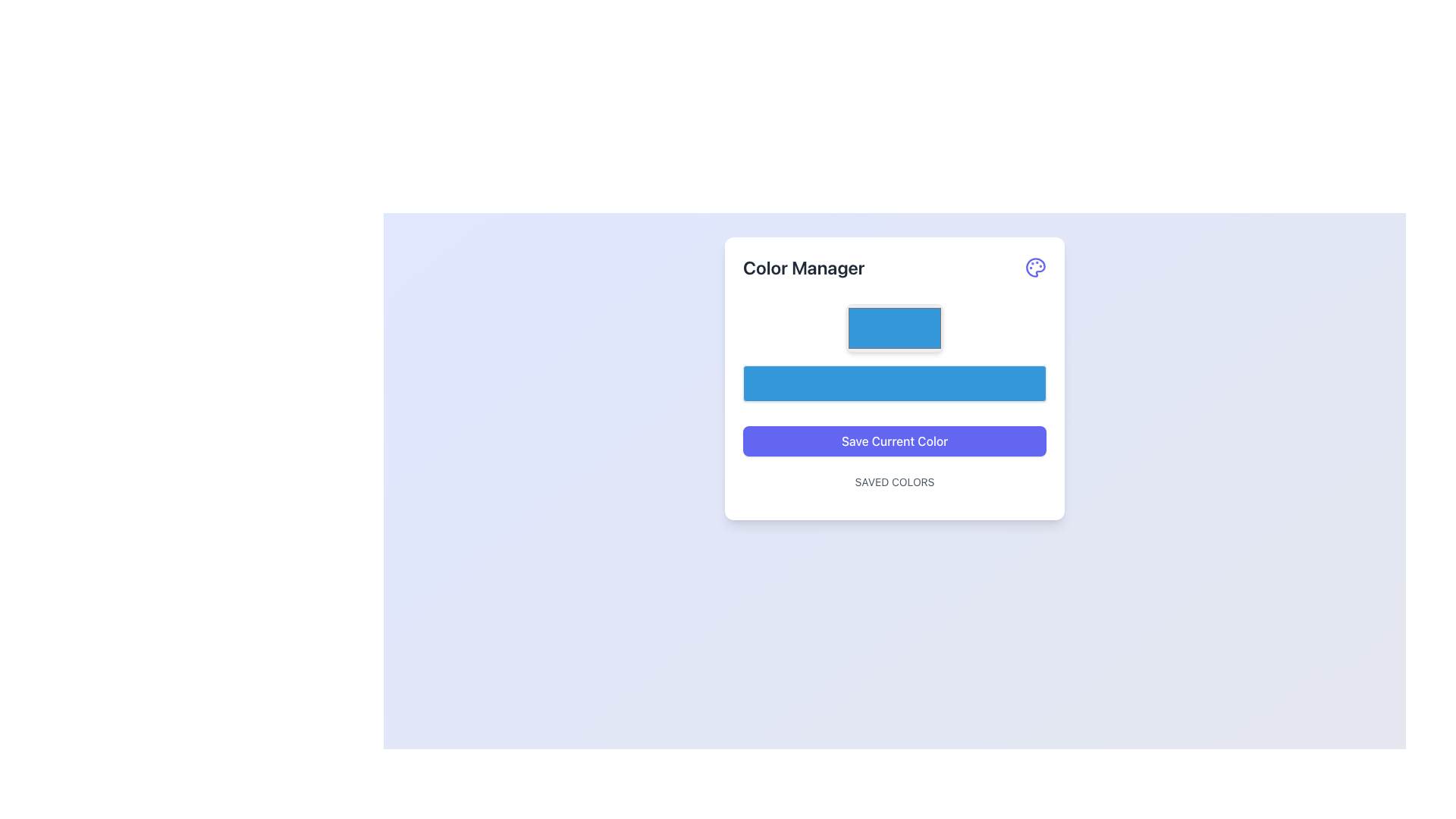 This screenshot has height=819, width=1456. Describe the element at coordinates (895, 441) in the screenshot. I see `the save color button located near the lower part of the 'Color Manager' panel` at that location.